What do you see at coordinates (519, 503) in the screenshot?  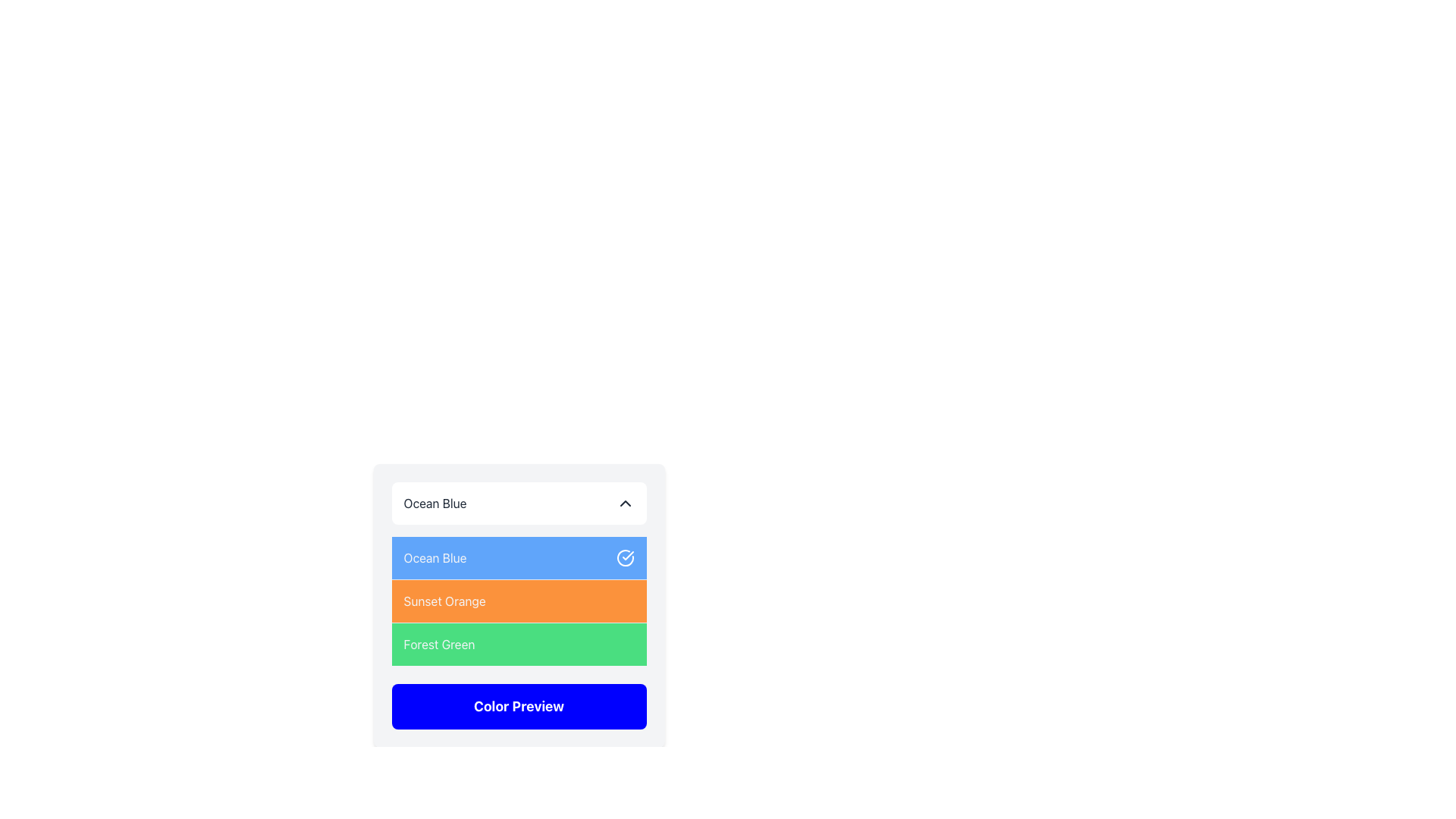 I see `the Dropdown toggle labeled 'Ocean Blue' with a downward arrow` at bounding box center [519, 503].